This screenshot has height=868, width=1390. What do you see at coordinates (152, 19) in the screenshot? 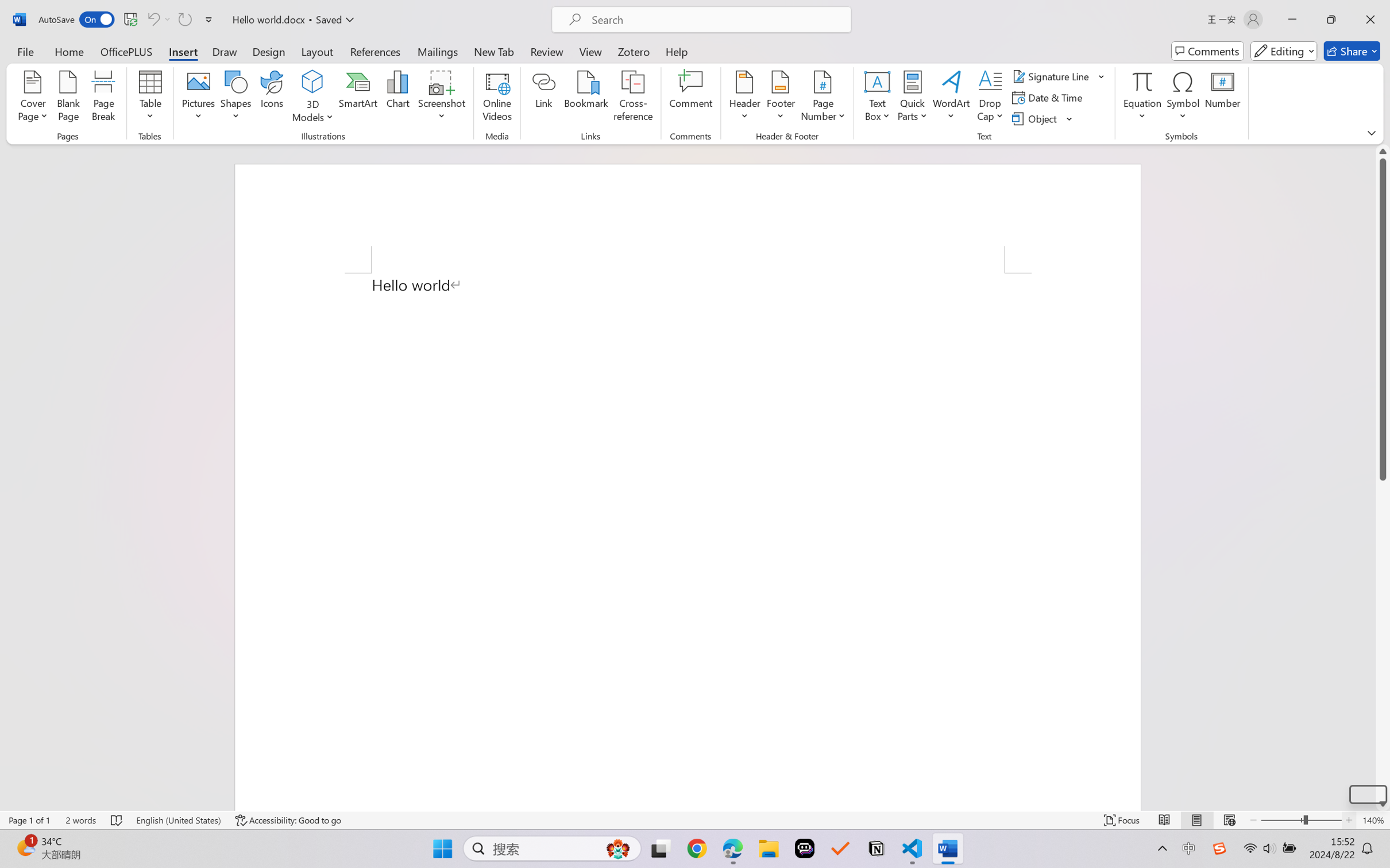
I see `'Can'` at bounding box center [152, 19].